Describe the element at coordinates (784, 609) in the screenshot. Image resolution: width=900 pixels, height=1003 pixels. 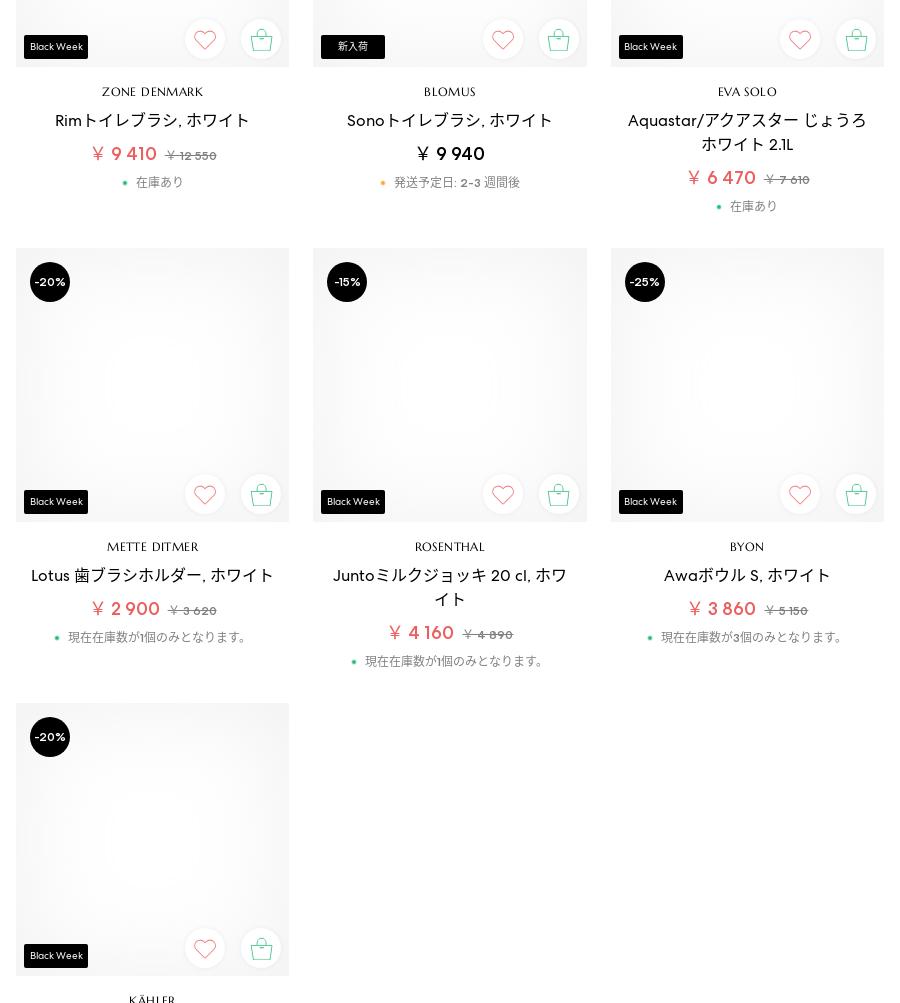
I see `'￥ 5 150'` at that location.